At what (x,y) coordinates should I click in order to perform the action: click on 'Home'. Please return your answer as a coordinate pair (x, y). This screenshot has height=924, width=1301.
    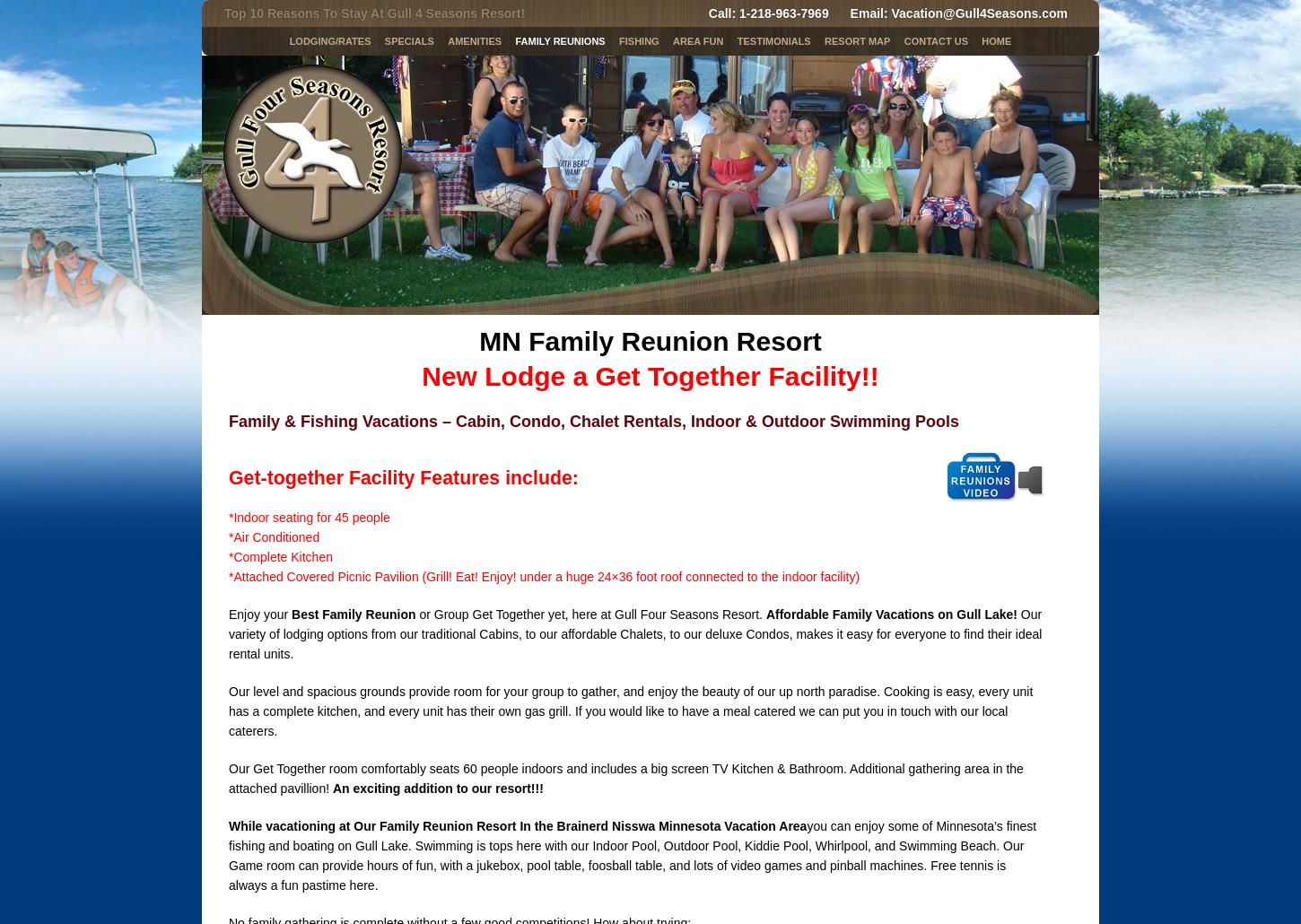
    Looking at the image, I should click on (995, 41).